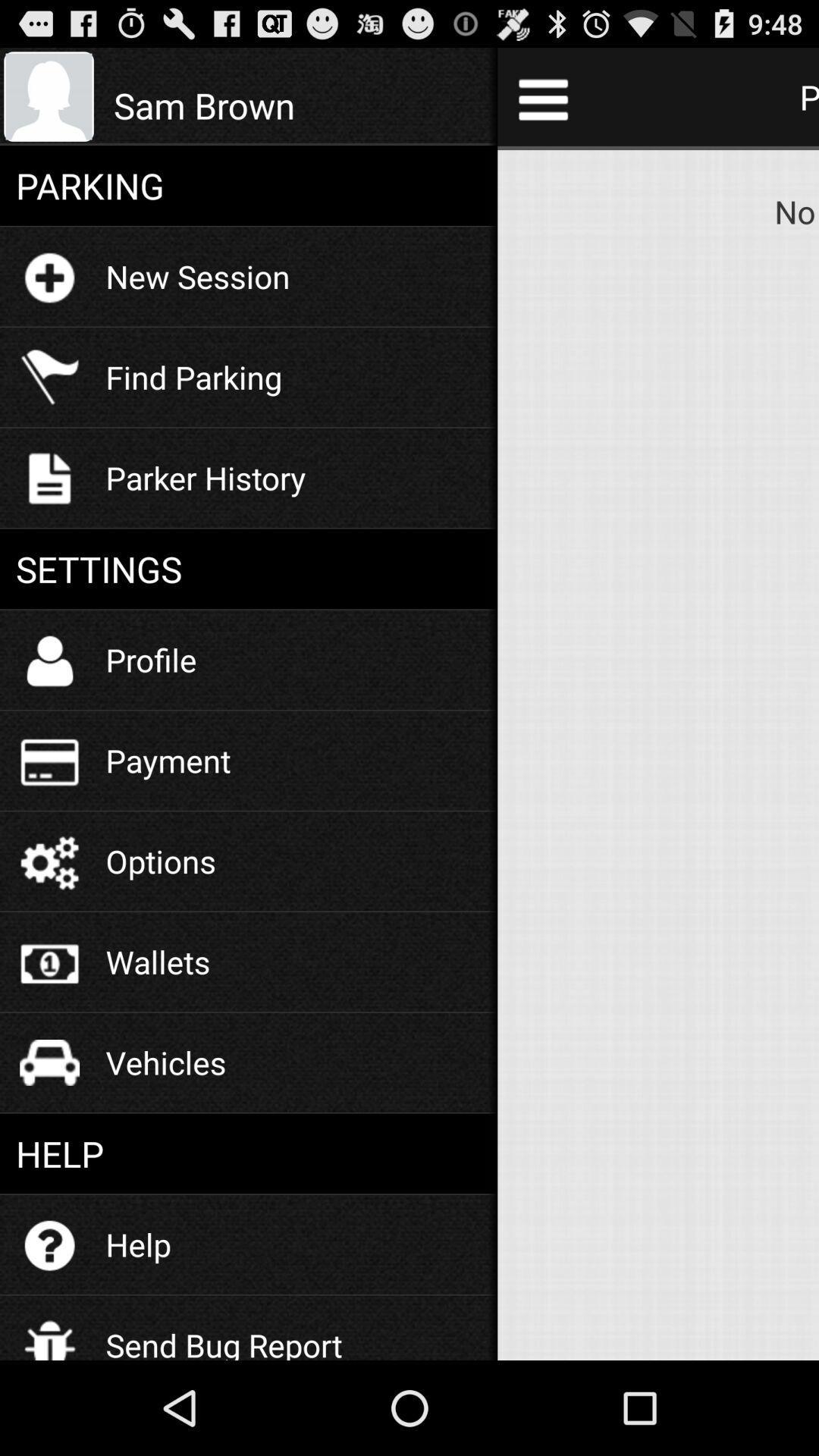 This screenshot has width=819, height=1456. Describe the element at coordinates (166, 1062) in the screenshot. I see `icon above the help item` at that location.